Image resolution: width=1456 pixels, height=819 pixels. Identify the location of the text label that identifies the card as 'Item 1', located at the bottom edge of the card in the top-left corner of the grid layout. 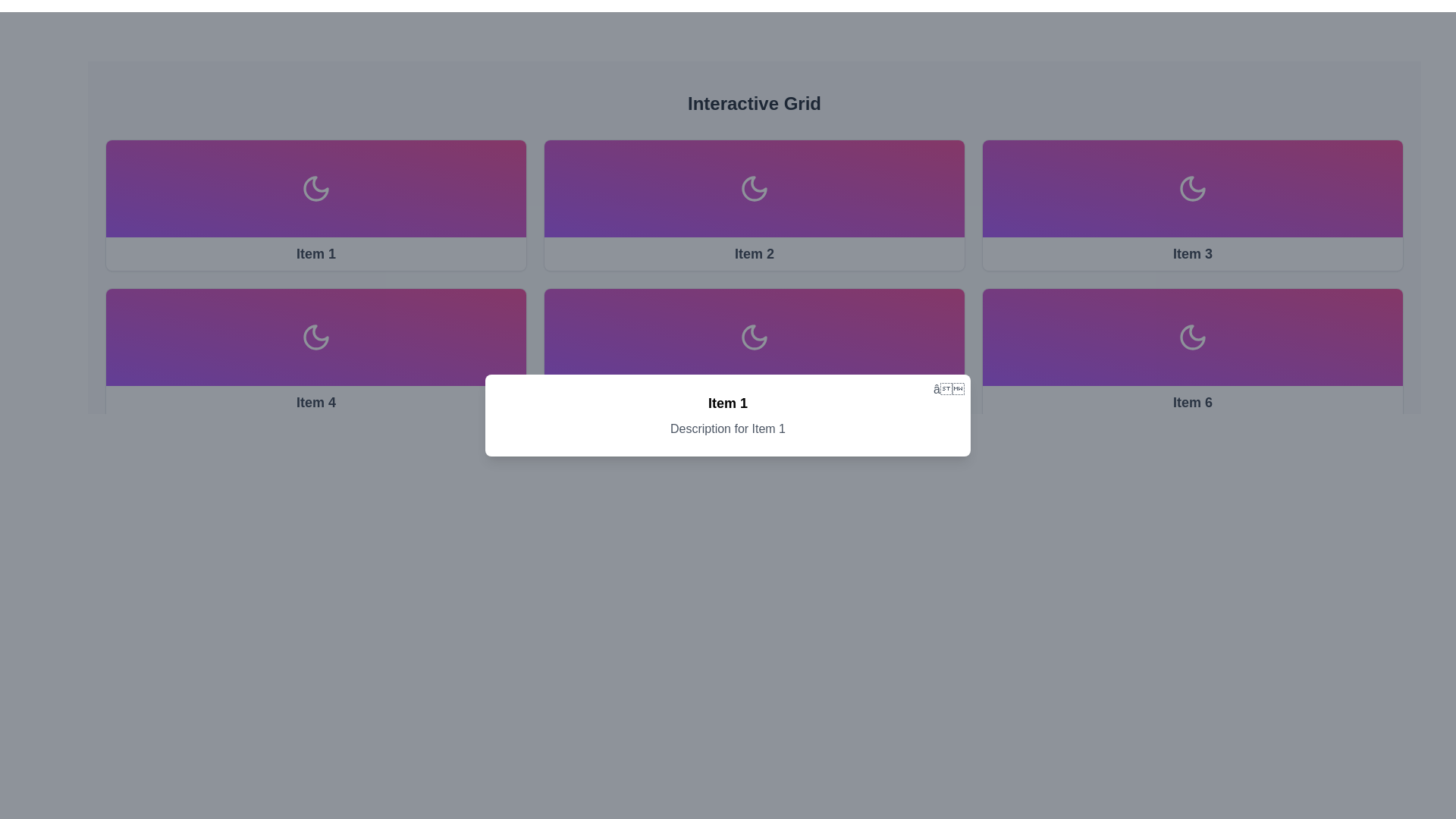
(315, 253).